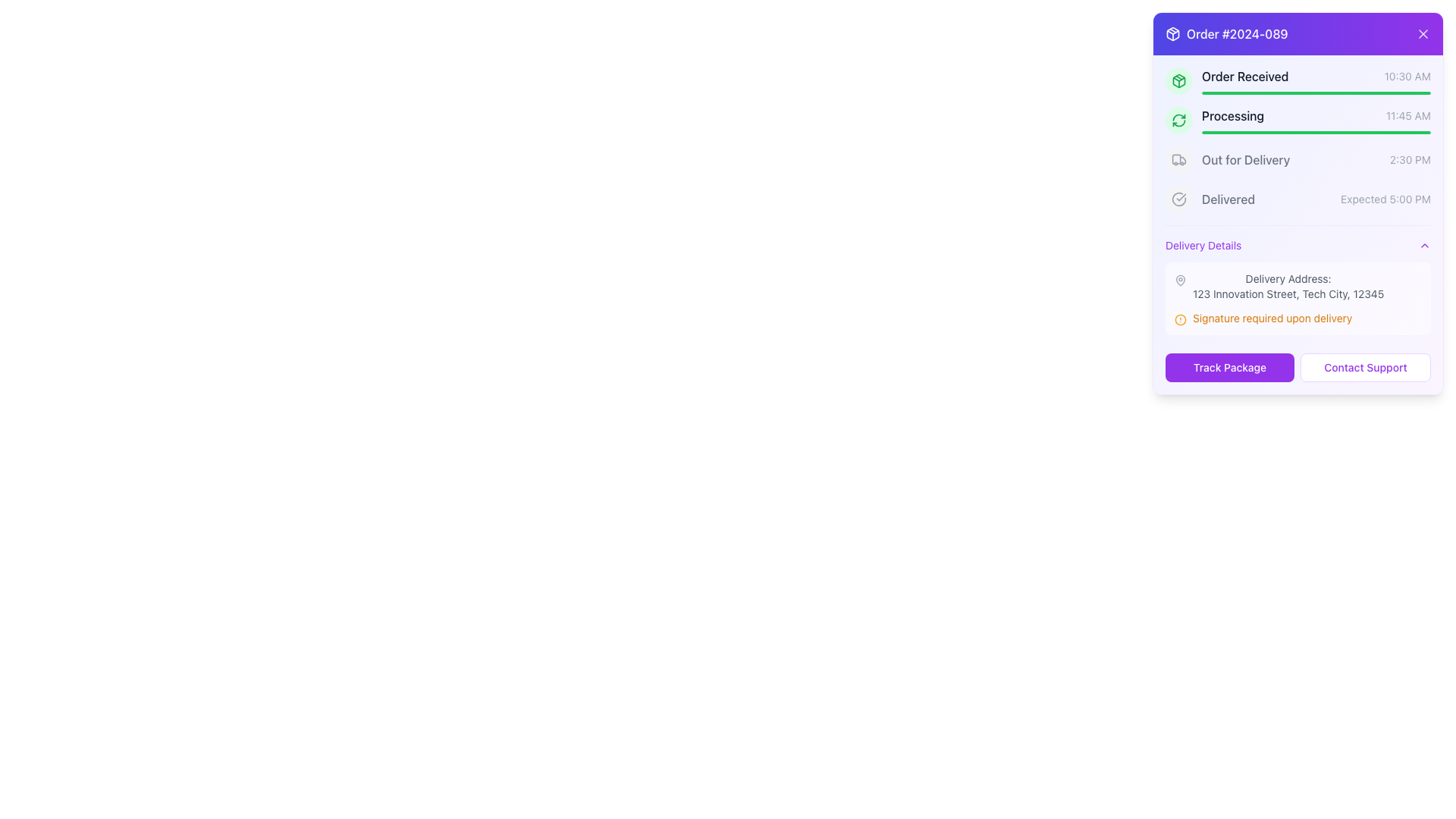 The image size is (1456, 819). Describe the element at coordinates (1233, 115) in the screenshot. I see `the text label displaying 'Processing', which is styled in medium-weight dark gray font, positioned to the left of the timestamp '11:45 AM' in the timeline interface` at that location.